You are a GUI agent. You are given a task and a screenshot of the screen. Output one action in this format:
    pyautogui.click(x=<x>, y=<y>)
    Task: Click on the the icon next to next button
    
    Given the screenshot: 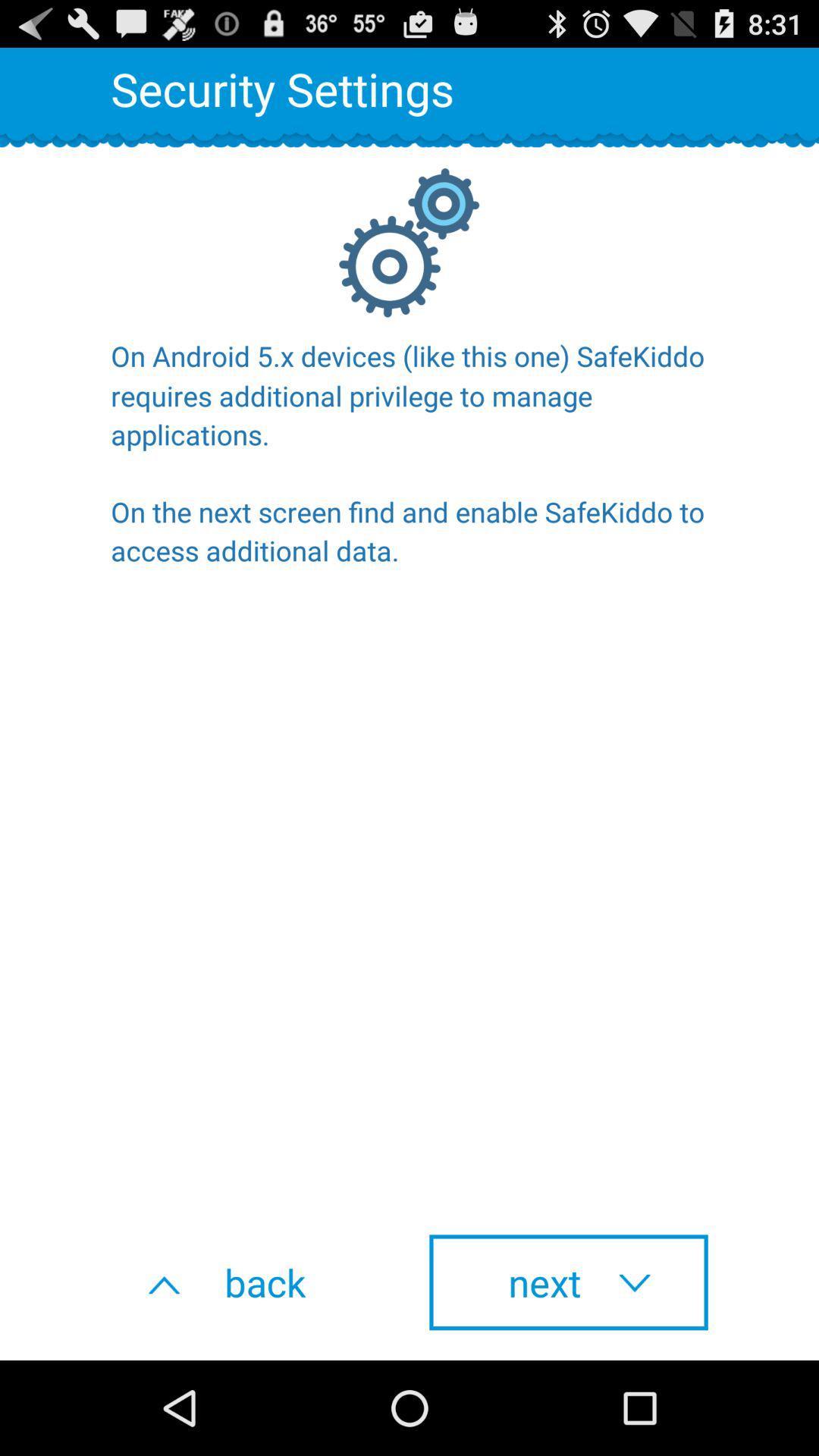 What is the action you would take?
    pyautogui.click(x=249, y=1282)
    